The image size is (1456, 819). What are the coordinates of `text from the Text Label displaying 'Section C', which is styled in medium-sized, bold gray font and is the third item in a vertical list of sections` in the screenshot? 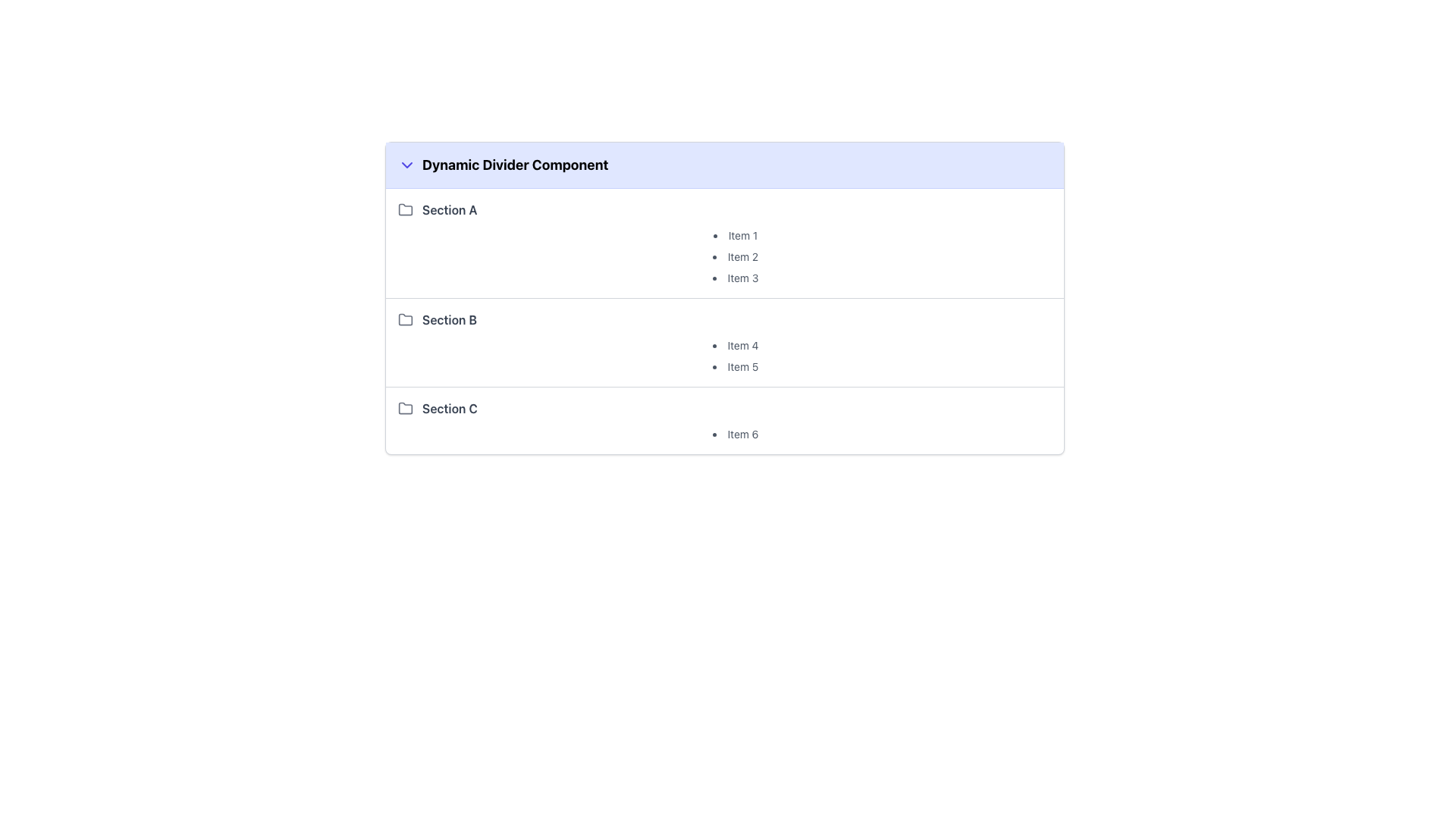 It's located at (449, 408).